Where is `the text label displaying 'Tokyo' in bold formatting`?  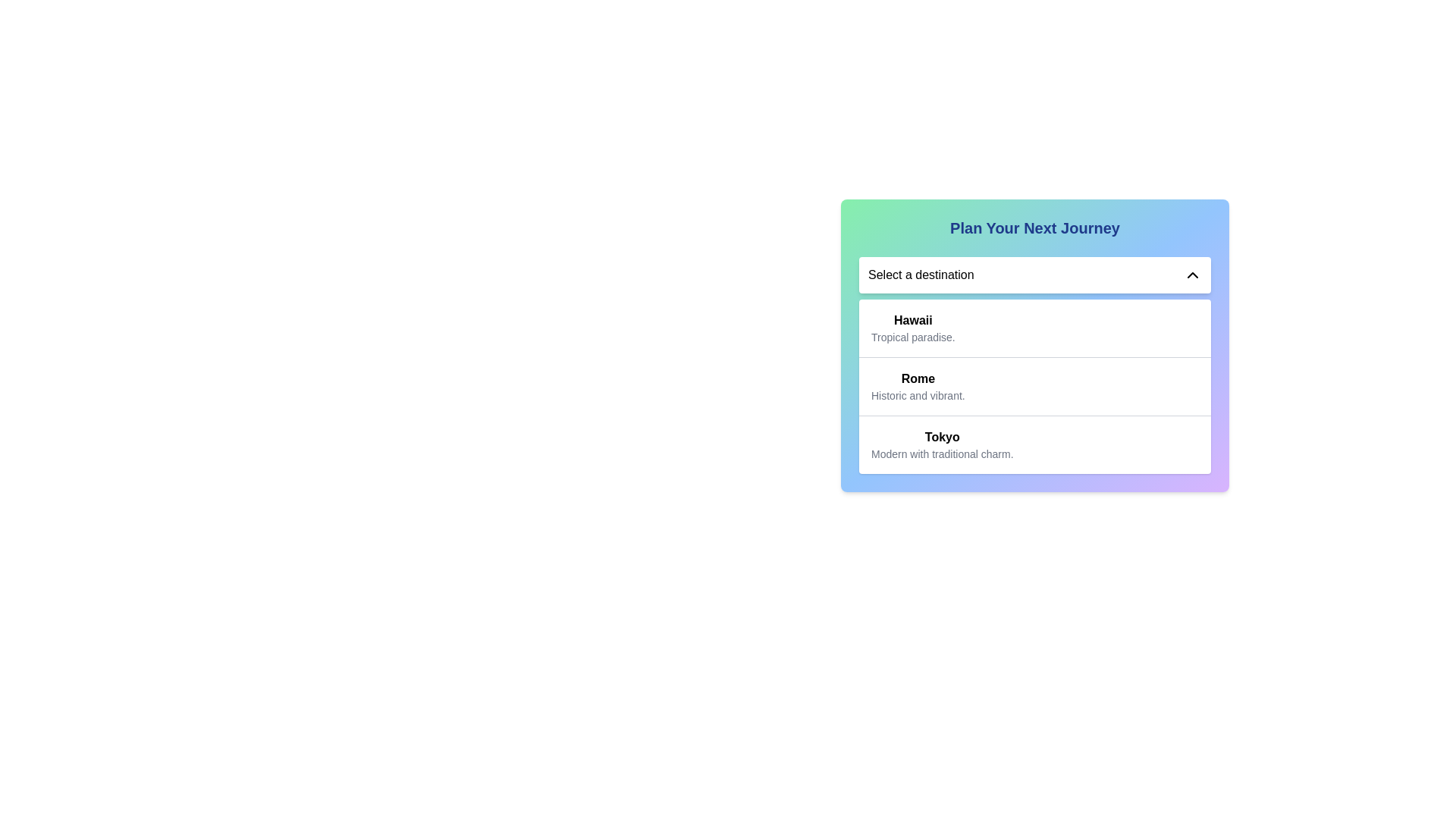 the text label displaying 'Tokyo' in bold formatting is located at coordinates (941, 438).